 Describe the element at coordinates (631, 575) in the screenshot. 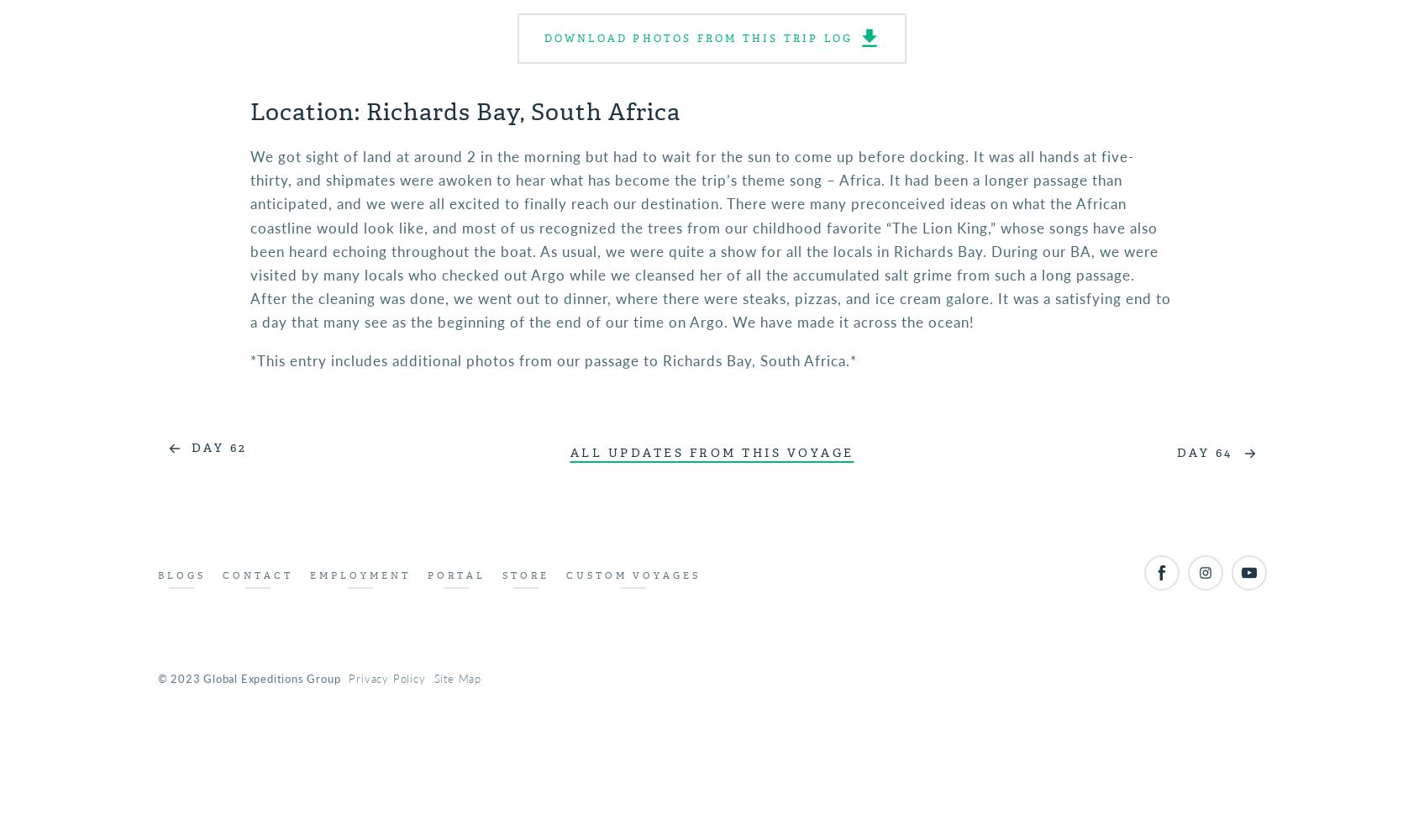

I see `'Custom Voyages'` at that location.